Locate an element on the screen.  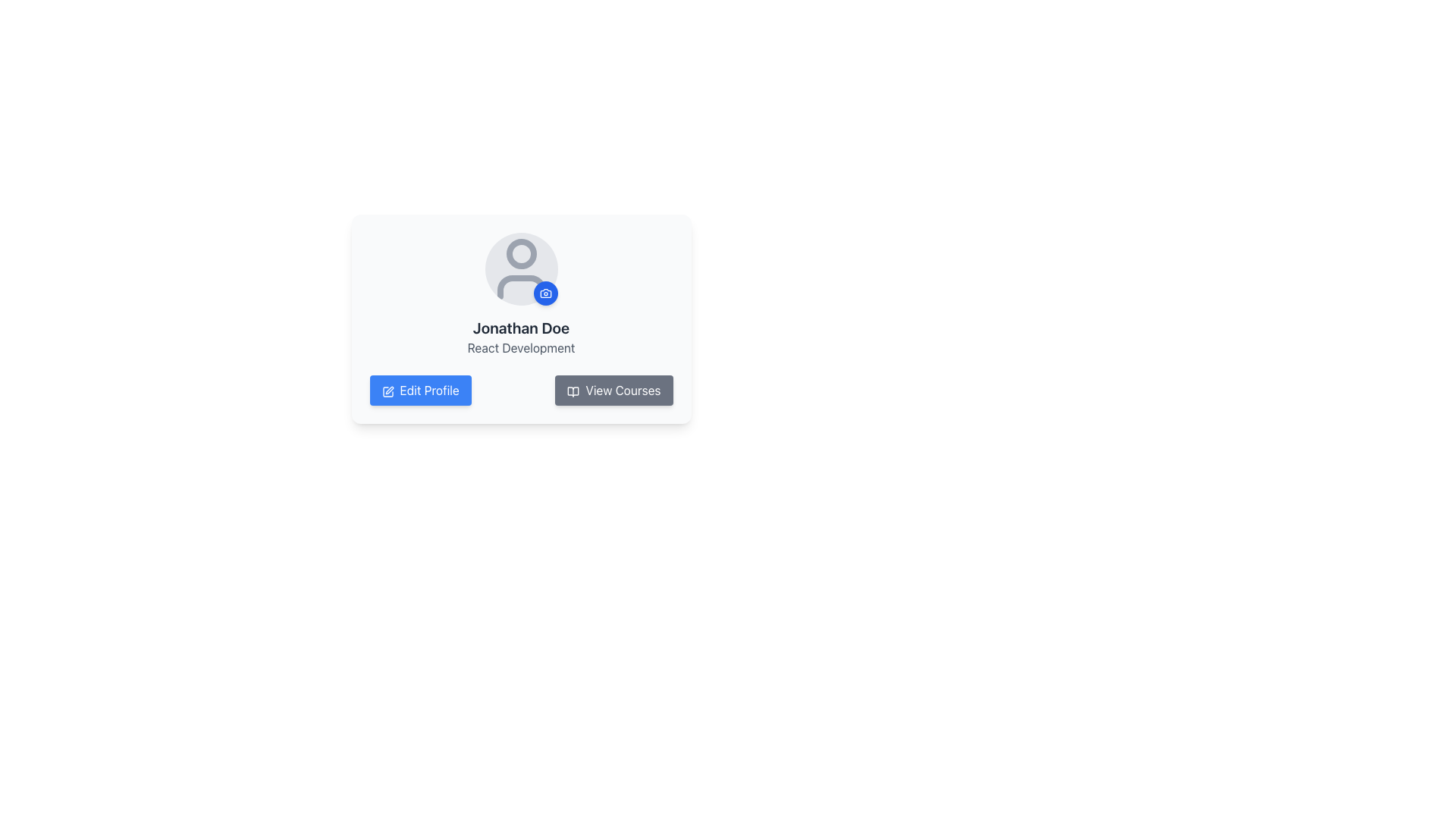
the text label displaying 'Jonathan Doe', which is styled in a bold and larger font, positioned below a circular avatar icon and above the smaller text 'React Development' is located at coordinates (521, 327).